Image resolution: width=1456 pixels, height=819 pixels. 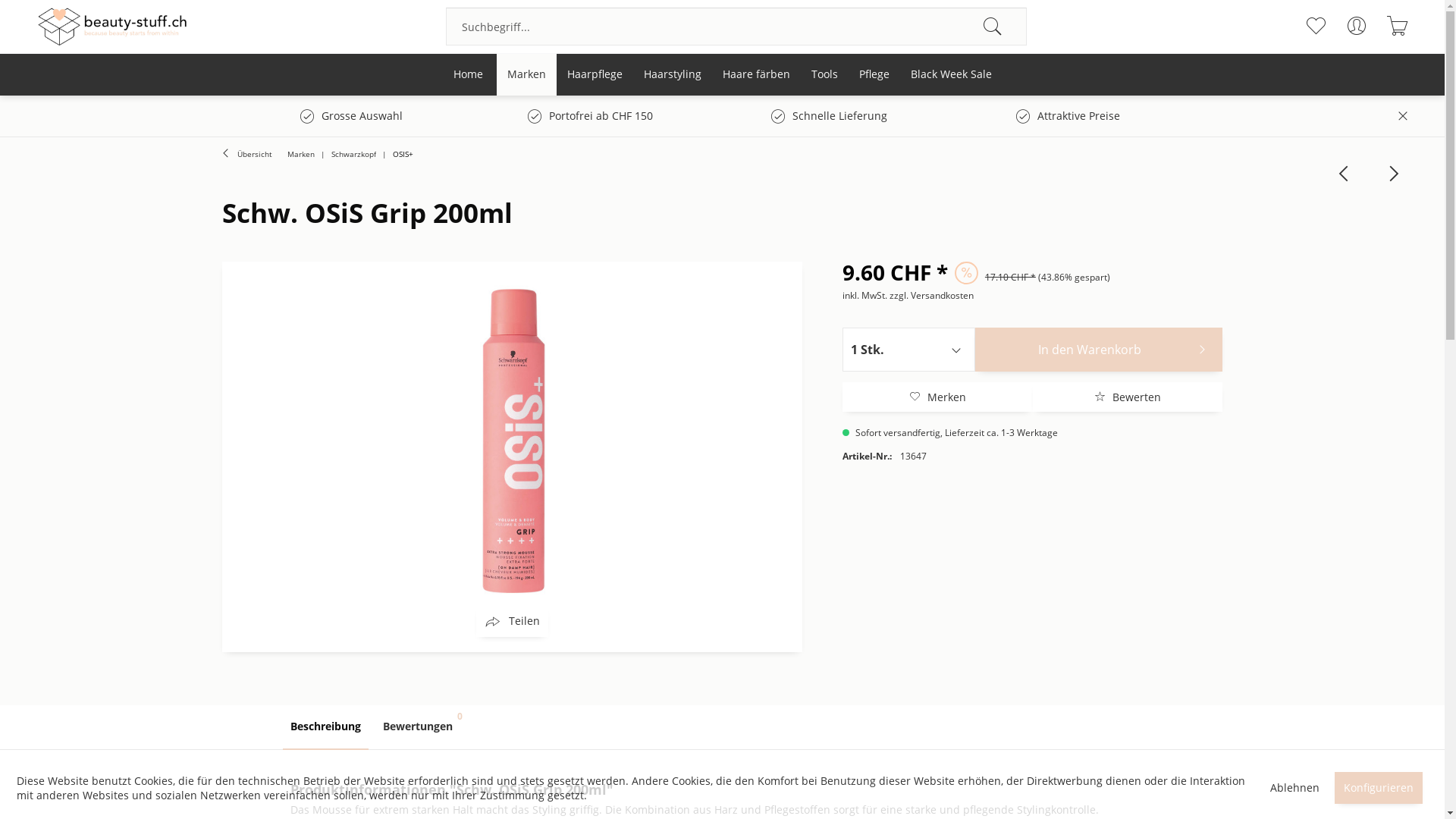 I want to click on 'Marken', so click(x=300, y=154).